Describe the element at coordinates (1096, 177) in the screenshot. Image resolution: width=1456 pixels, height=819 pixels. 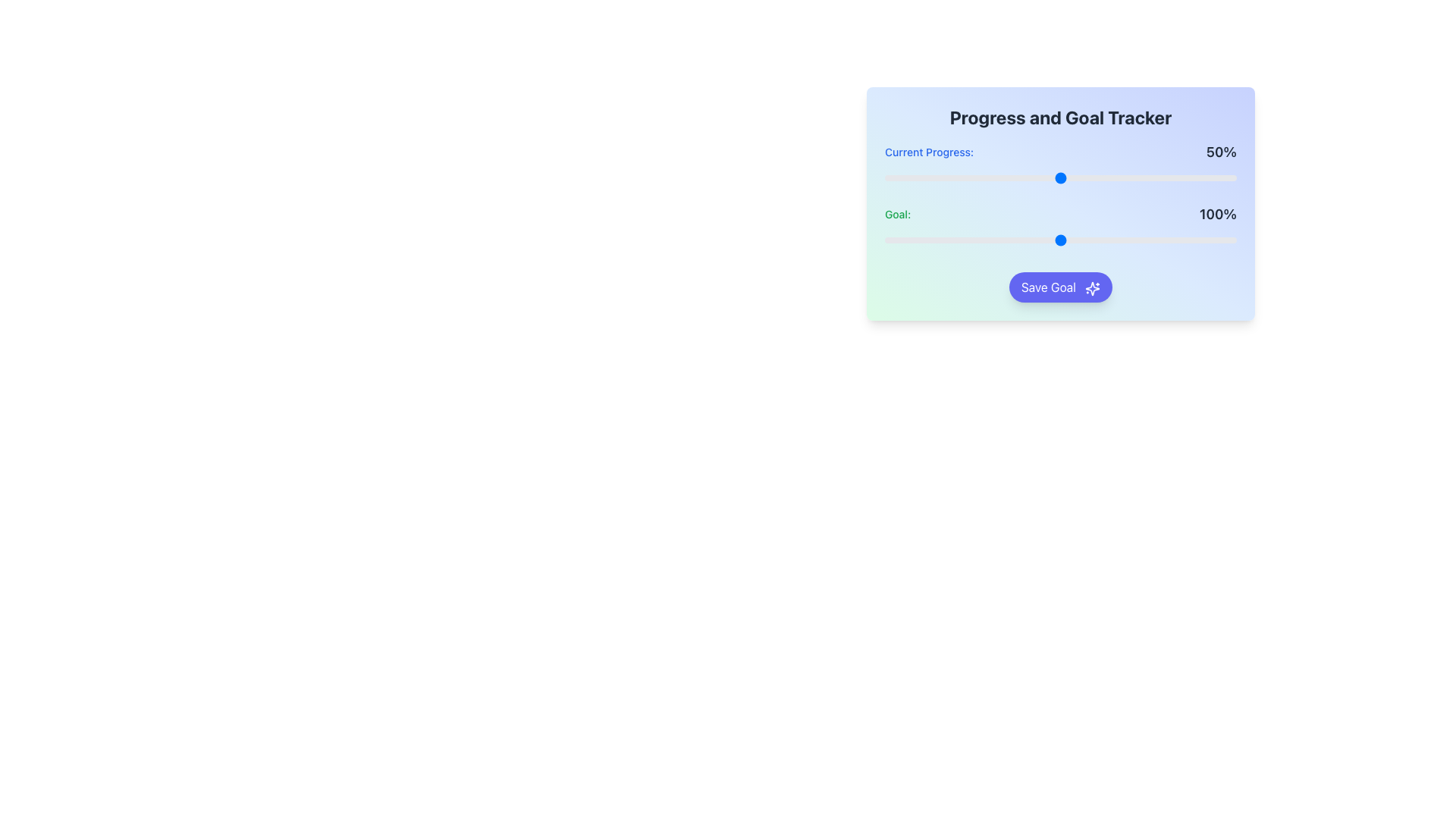
I see `the slider` at that location.